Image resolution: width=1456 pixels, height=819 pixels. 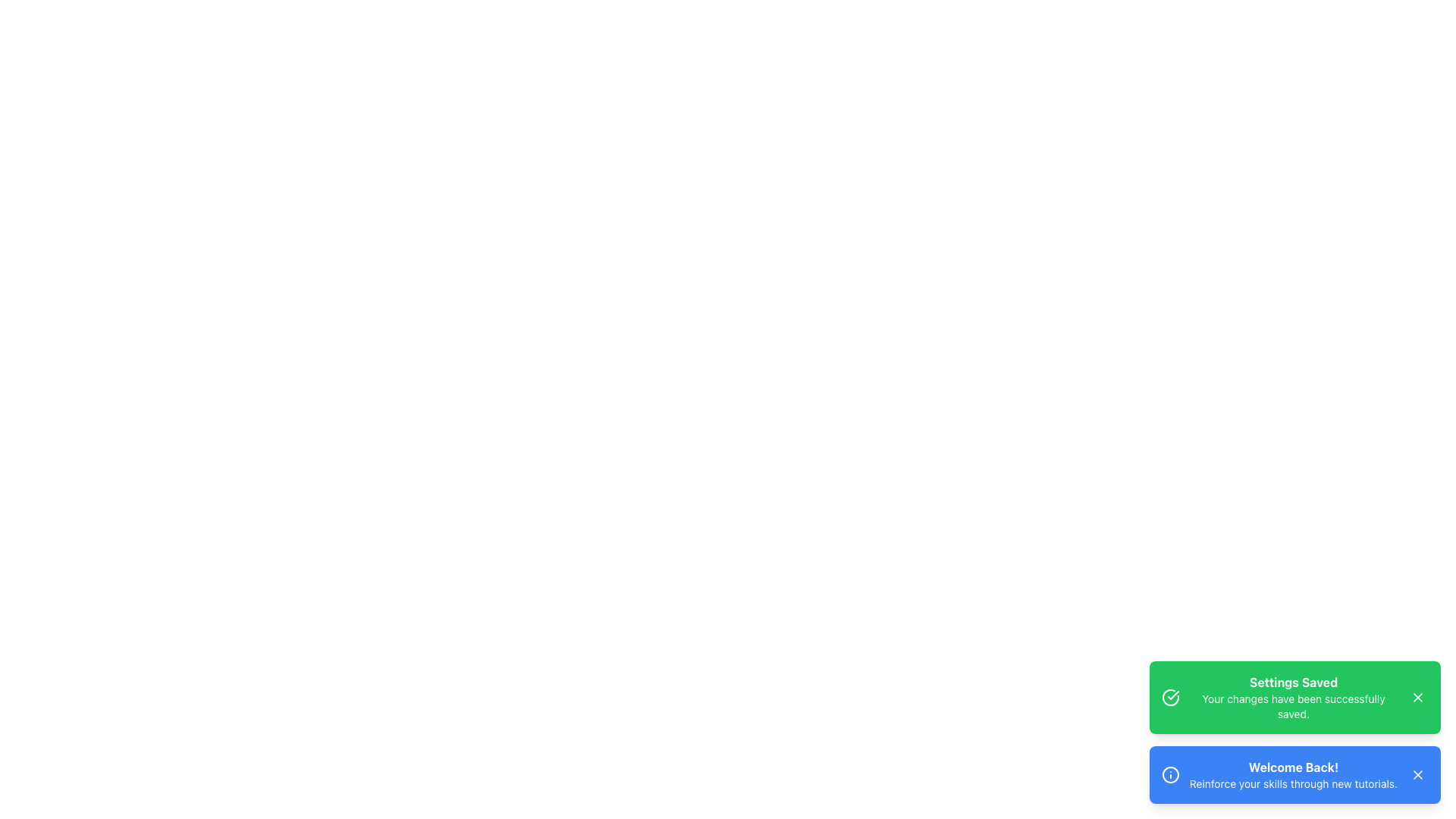 What do you see at coordinates (1417, 698) in the screenshot?
I see `the Close button (icon button) with a white 'X' icon located at the top-right corner of the notification card stating 'Settings Saved'` at bounding box center [1417, 698].